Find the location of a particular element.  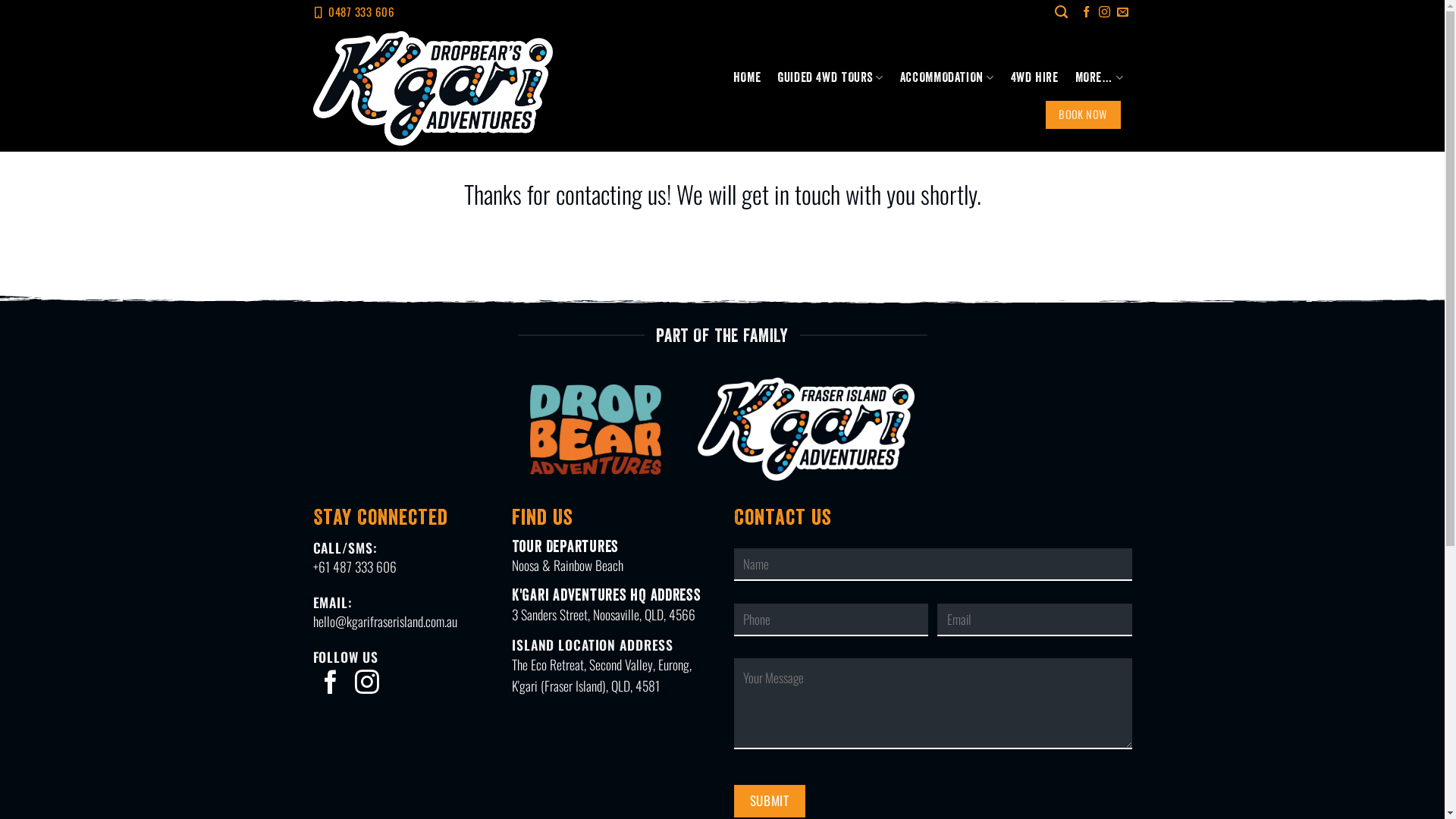

'Follow on Instagram' is located at coordinates (1099, 12).